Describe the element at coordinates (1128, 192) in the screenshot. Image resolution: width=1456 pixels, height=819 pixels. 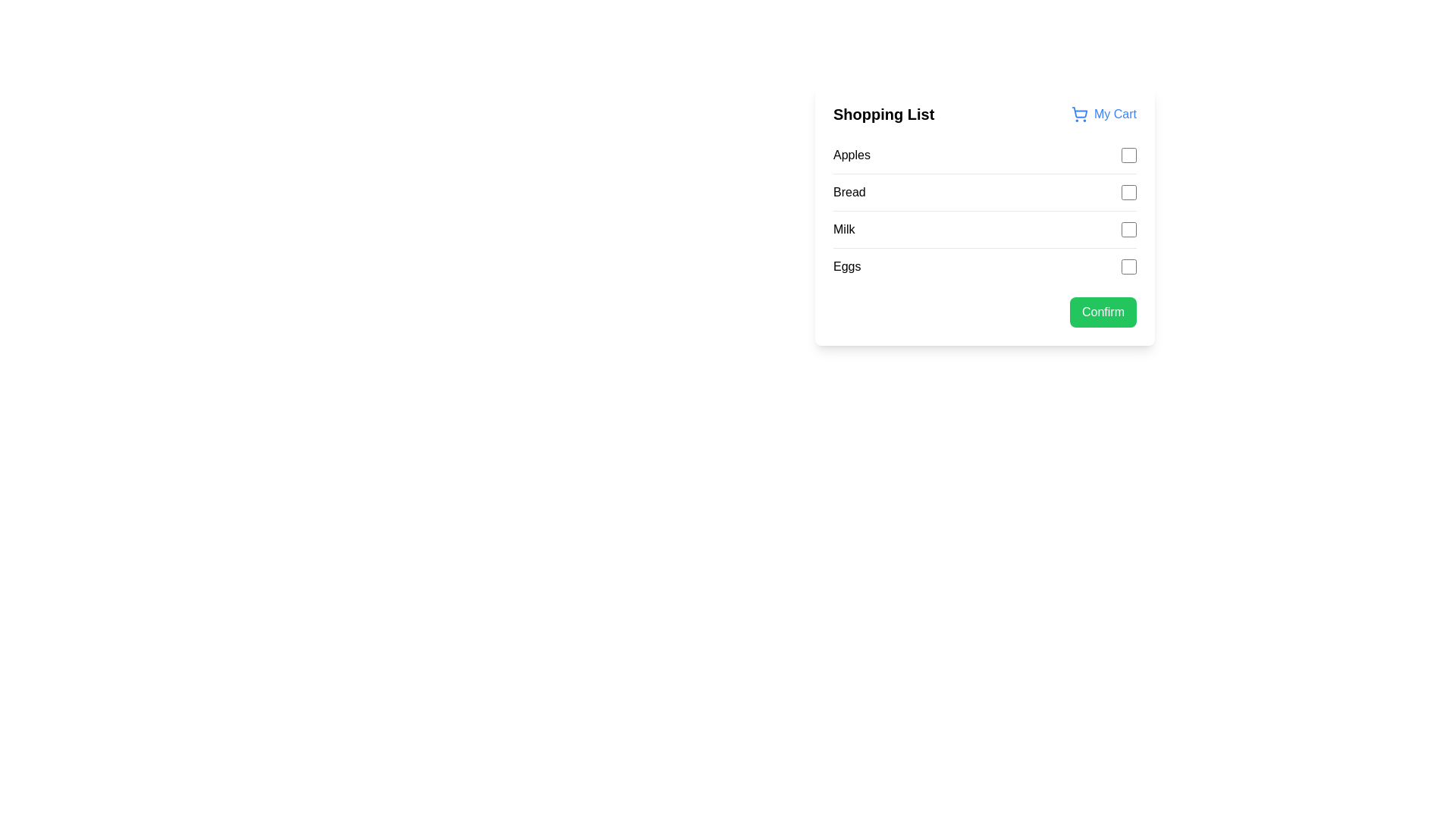
I see `the checkbox for the 'Bread' item in the shopping list` at that location.